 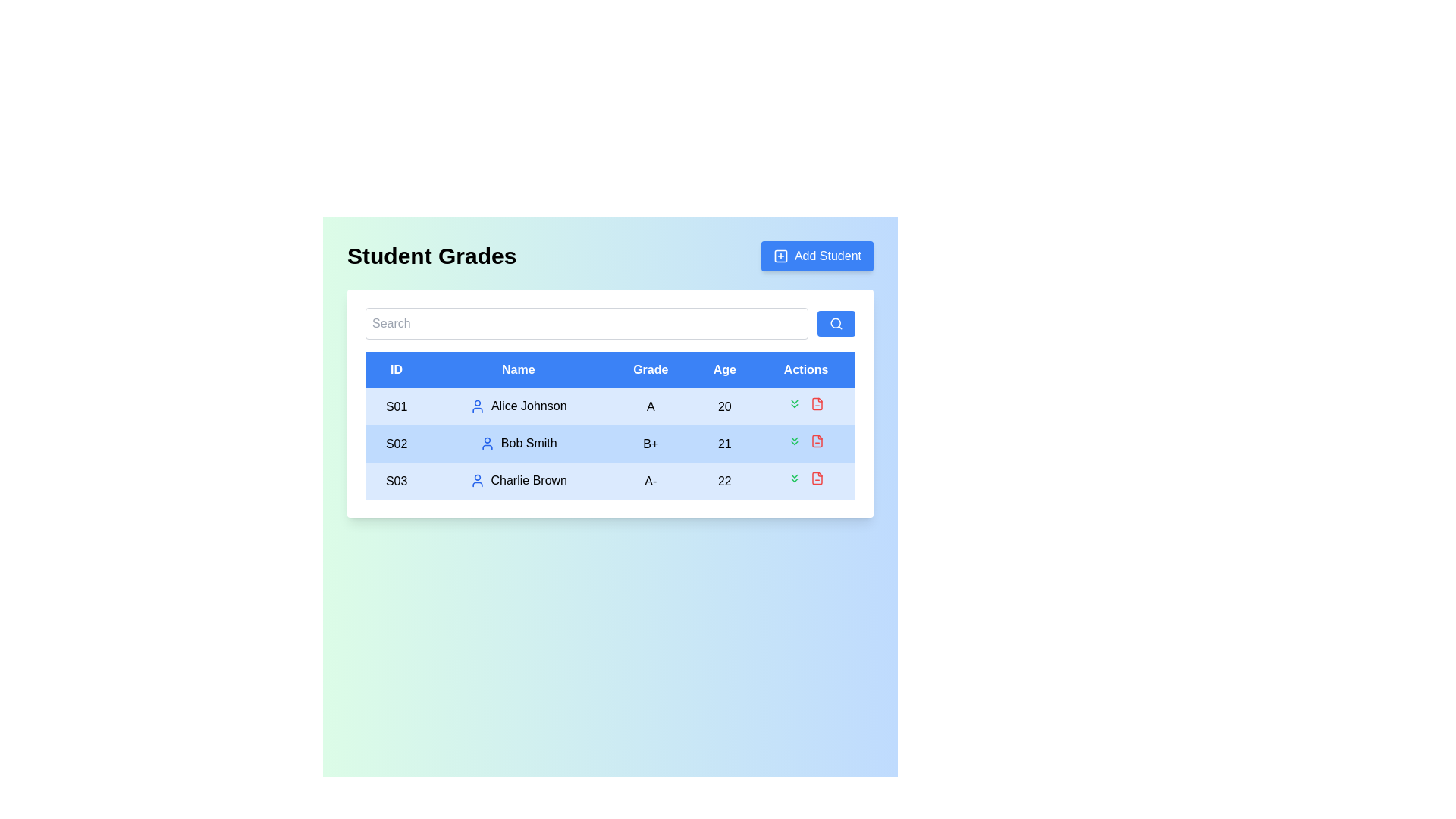 What do you see at coordinates (836, 323) in the screenshot?
I see `the search icon located within the blue button` at bounding box center [836, 323].